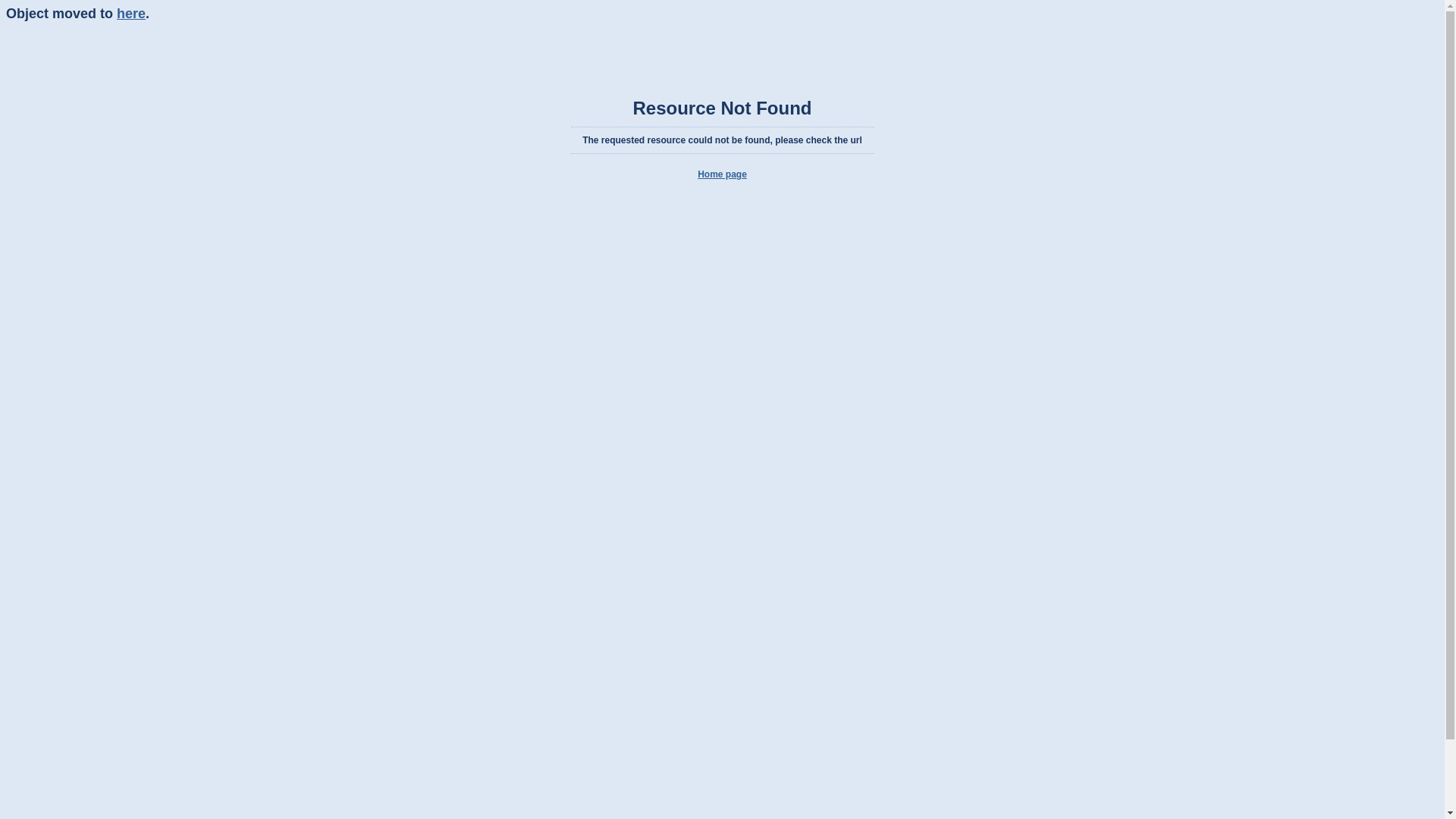 The image size is (1456, 819). I want to click on 'Home page', so click(721, 174).